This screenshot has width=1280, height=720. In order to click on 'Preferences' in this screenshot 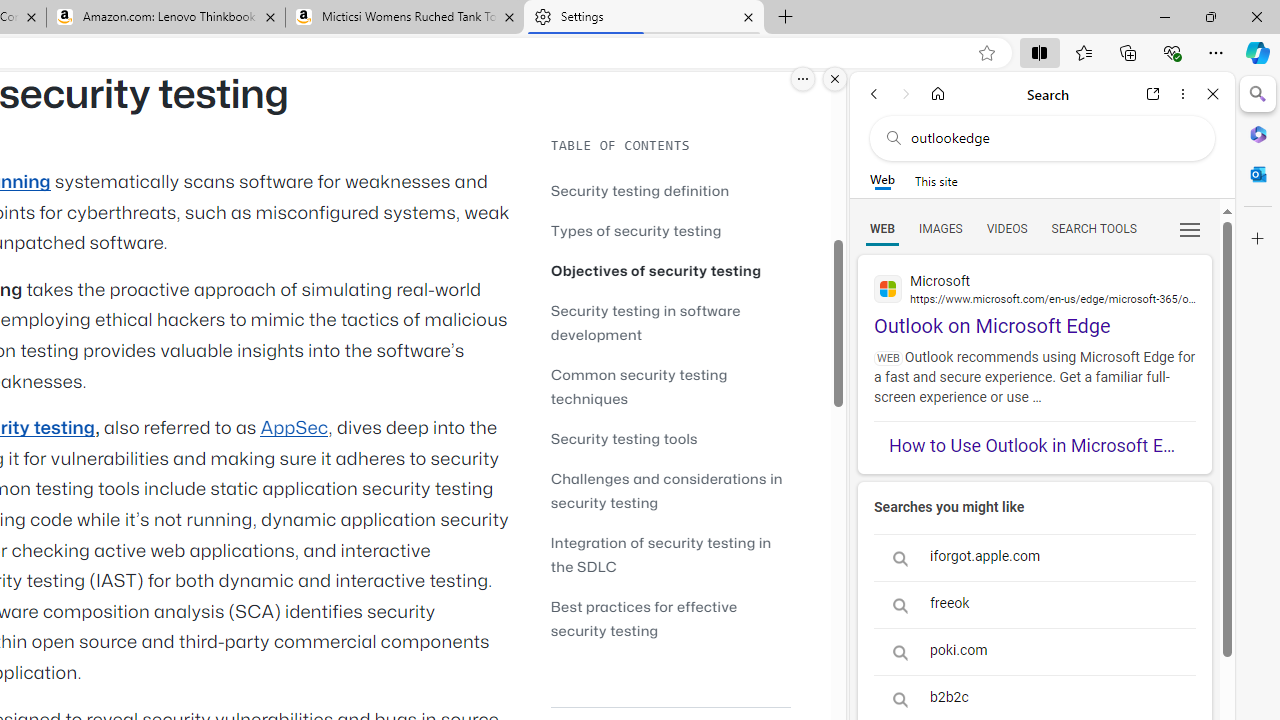, I will do `click(1189, 227)`.